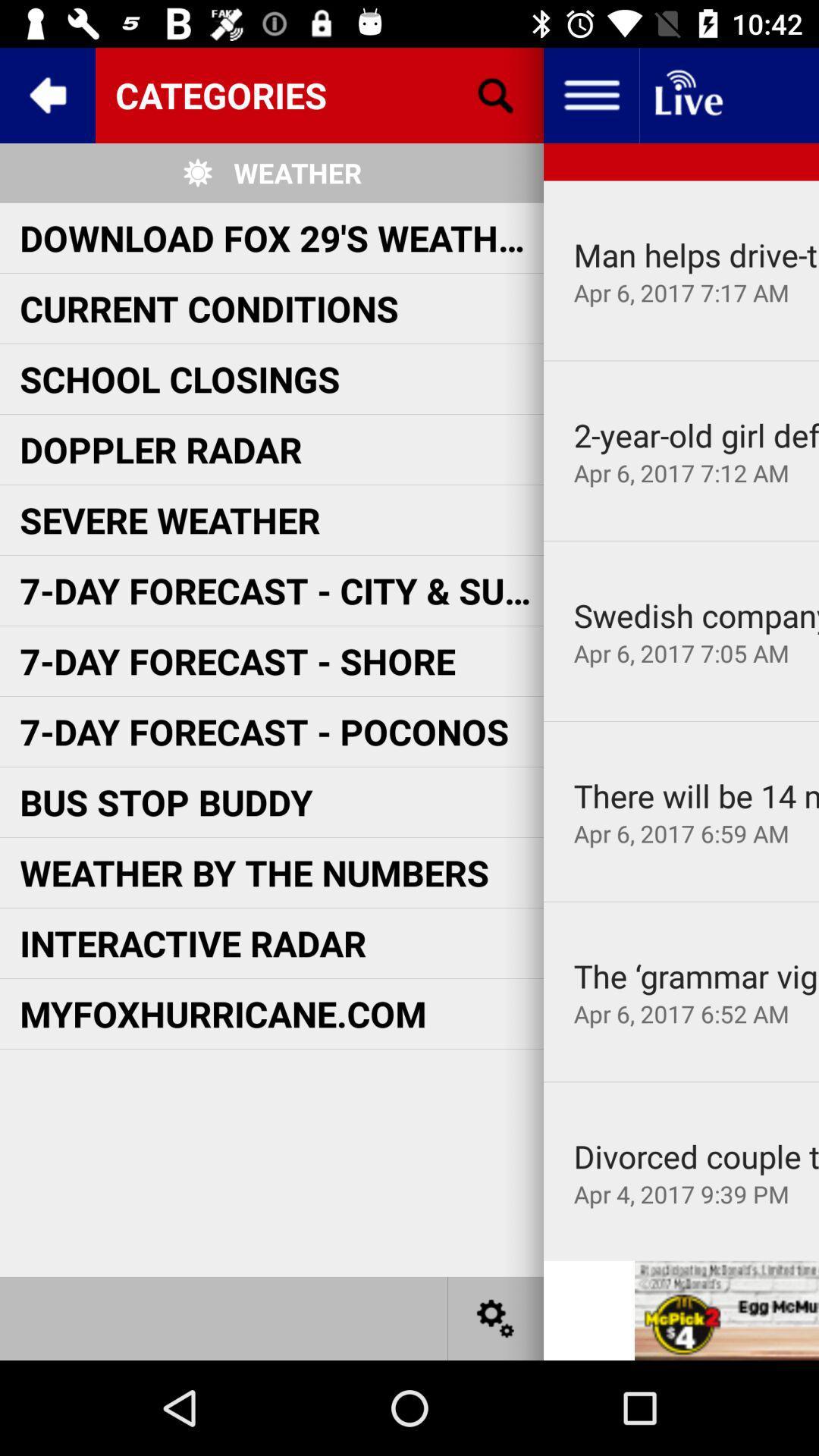 Image resolution: width=819 pixels, height=1456 pixels. I want to click on item above the divorced couple takes icon, so click(680, 1081).